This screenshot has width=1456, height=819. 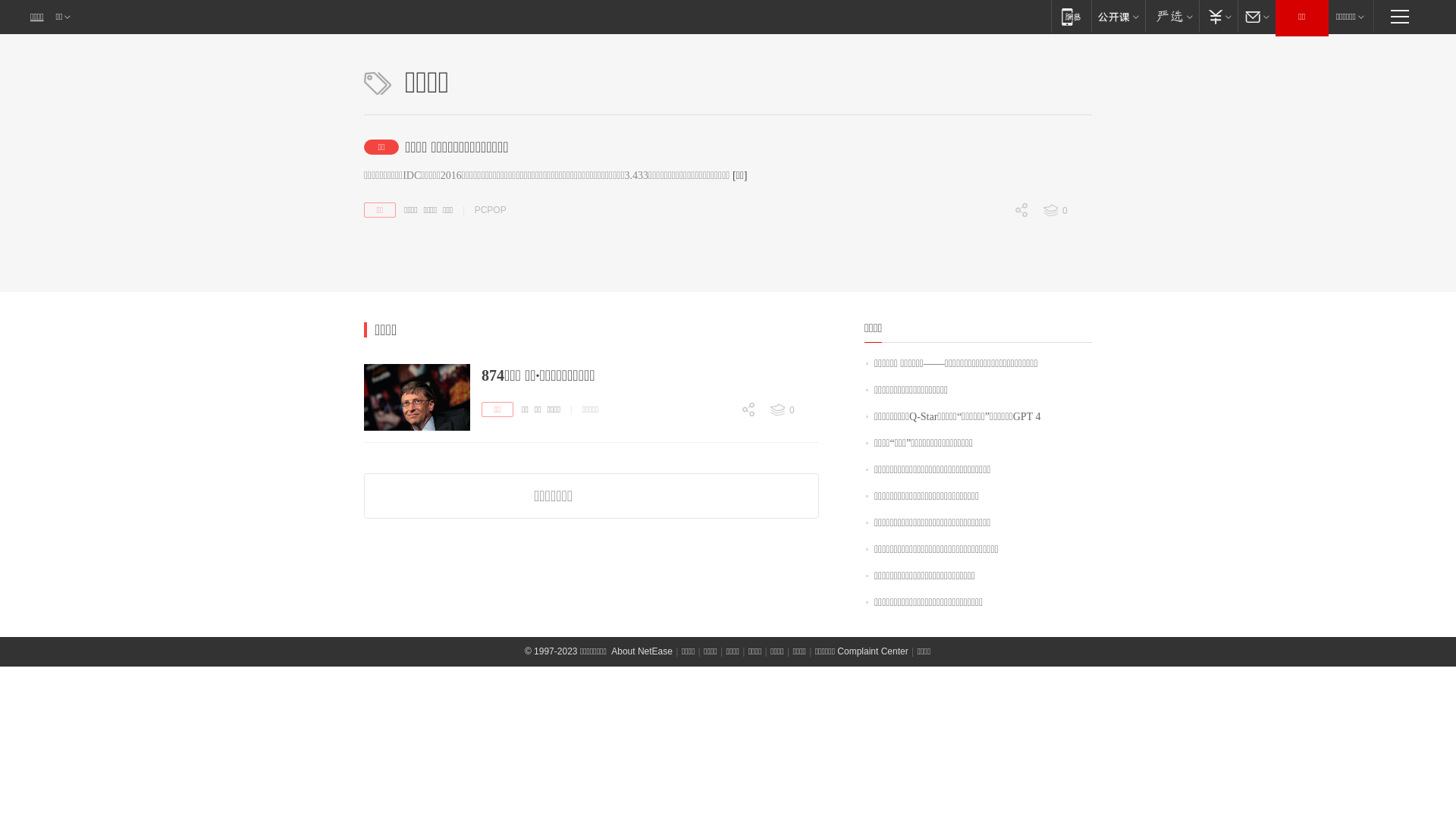 I want to click on '0', so click(x=990, y=315).